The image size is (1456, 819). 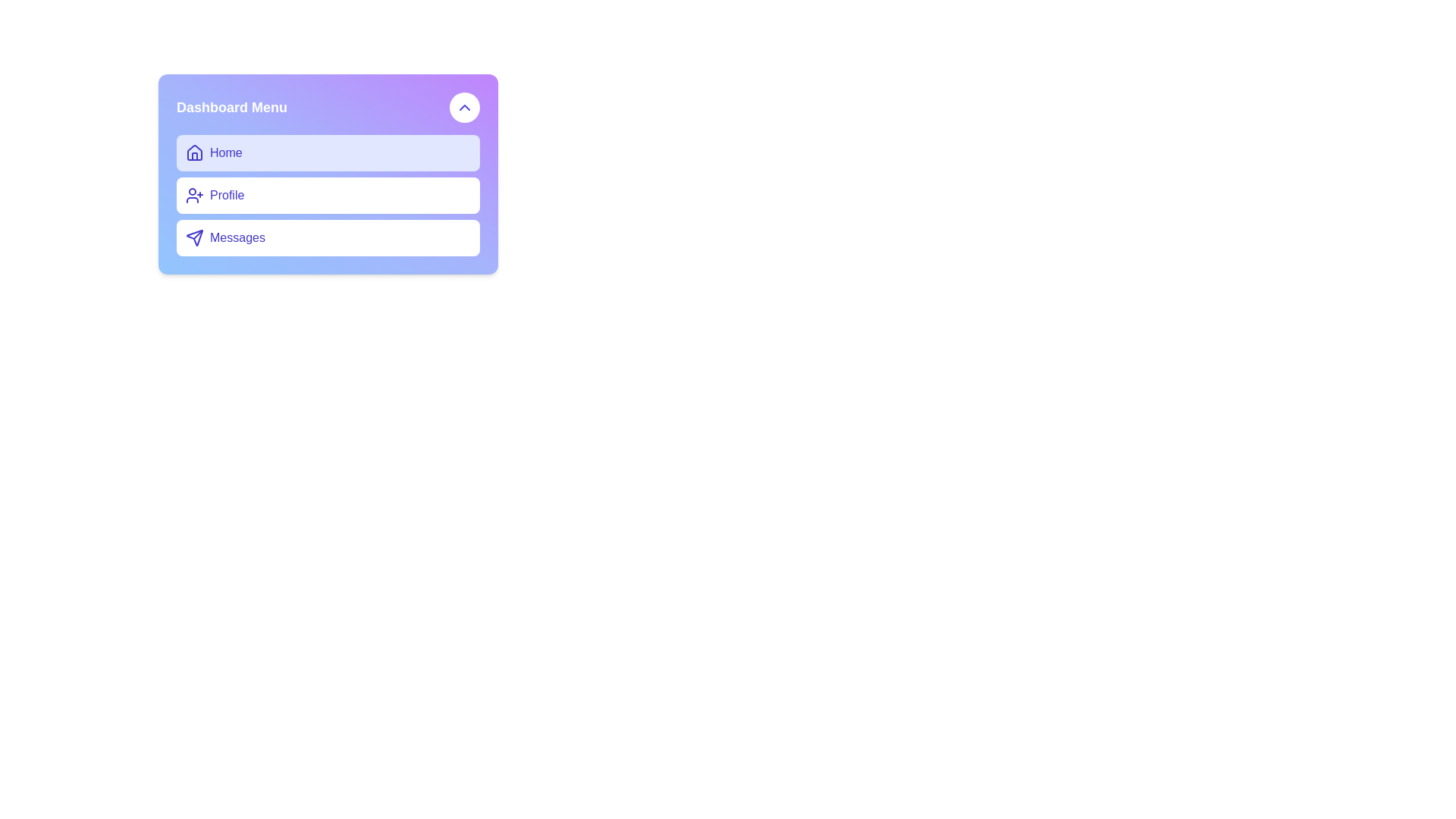 I want to click on the 'Profile' navigation button, which is the second component in the vertically stacked list of buttons labeled 'Home', 'Profile', and 'Messages', so click(x=327, y=174).